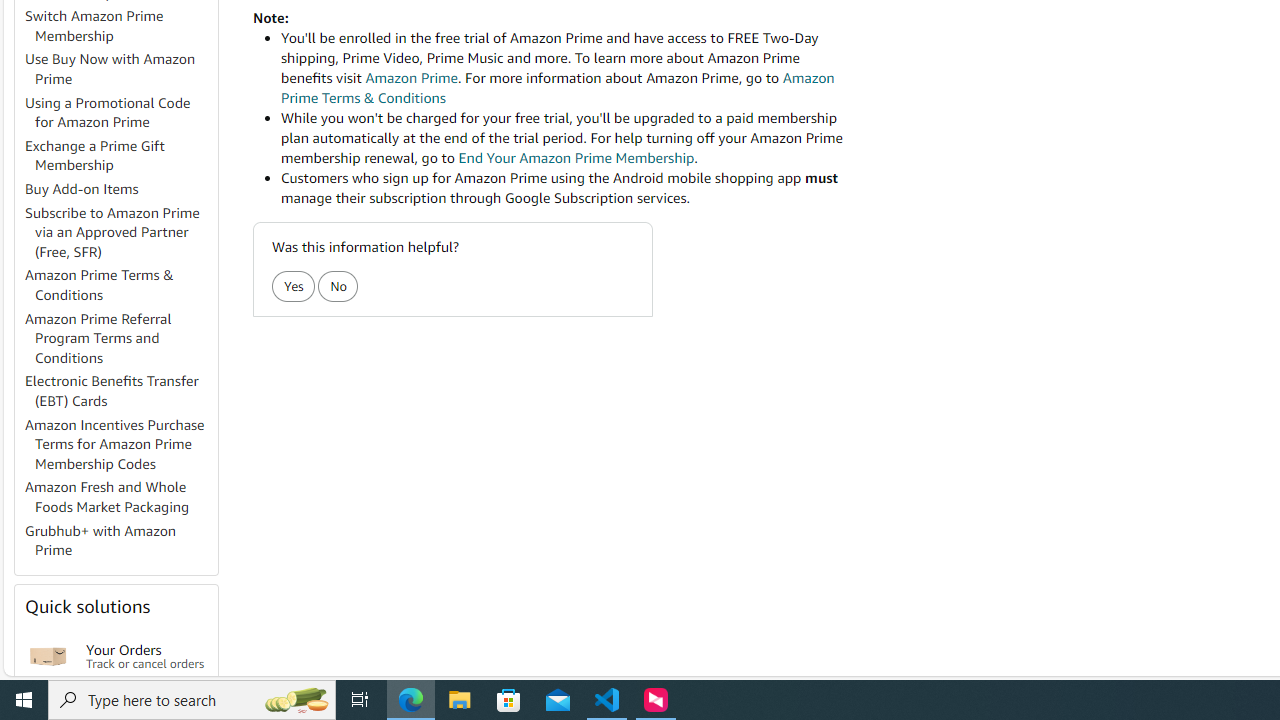 The width and height of the screenshot is (1280, 720). I want to click on 'End Your Amazon Prime Membership', so click(575, 157).